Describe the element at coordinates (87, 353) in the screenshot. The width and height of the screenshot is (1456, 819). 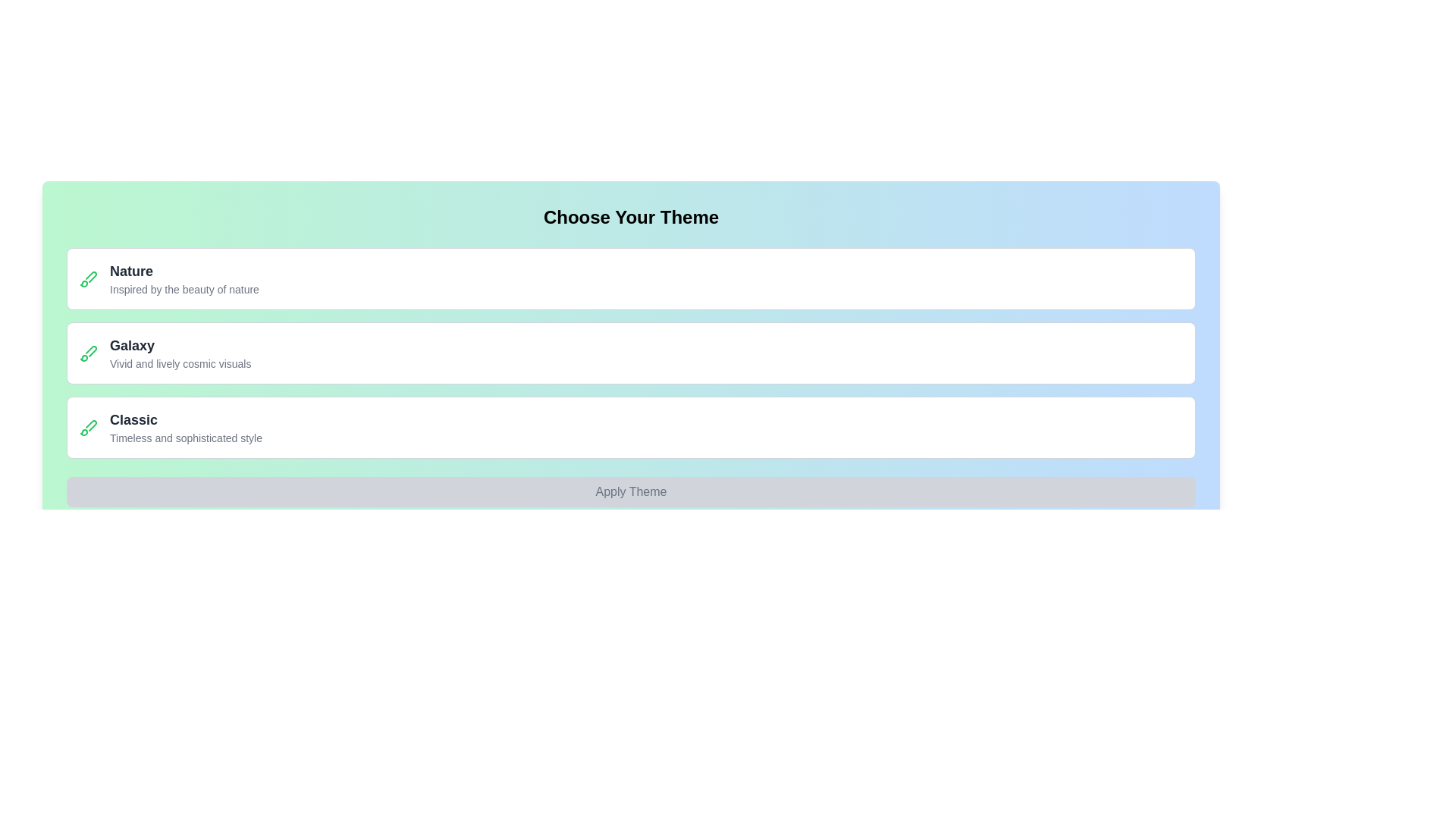
I see `the icon located in the leftmost position of the 'Galaxy' card, which symbolizes the theme's characteristics` at that location.